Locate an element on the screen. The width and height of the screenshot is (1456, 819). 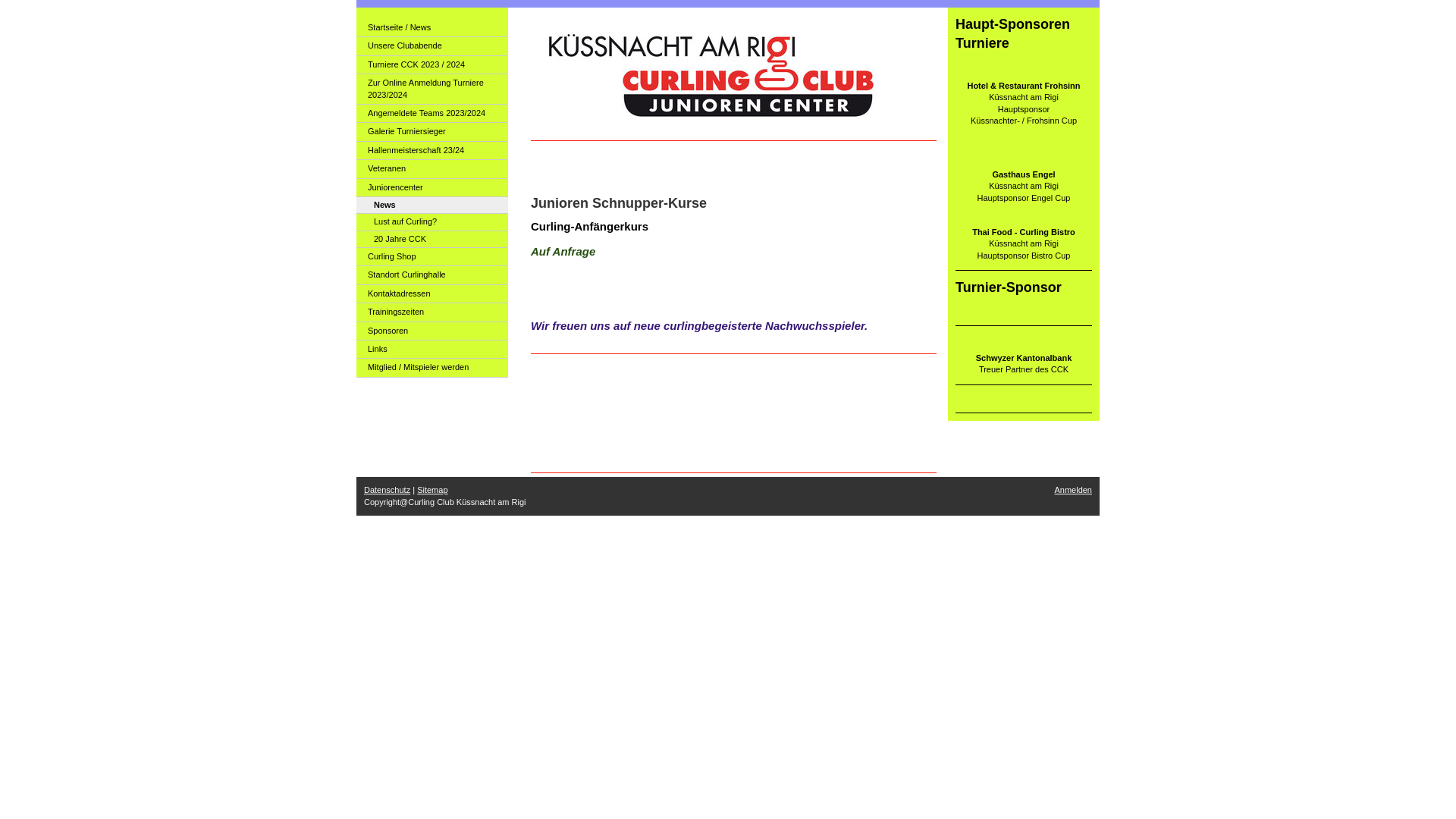
'Standort Curlinghalle' is located at coordinates (431, 275).